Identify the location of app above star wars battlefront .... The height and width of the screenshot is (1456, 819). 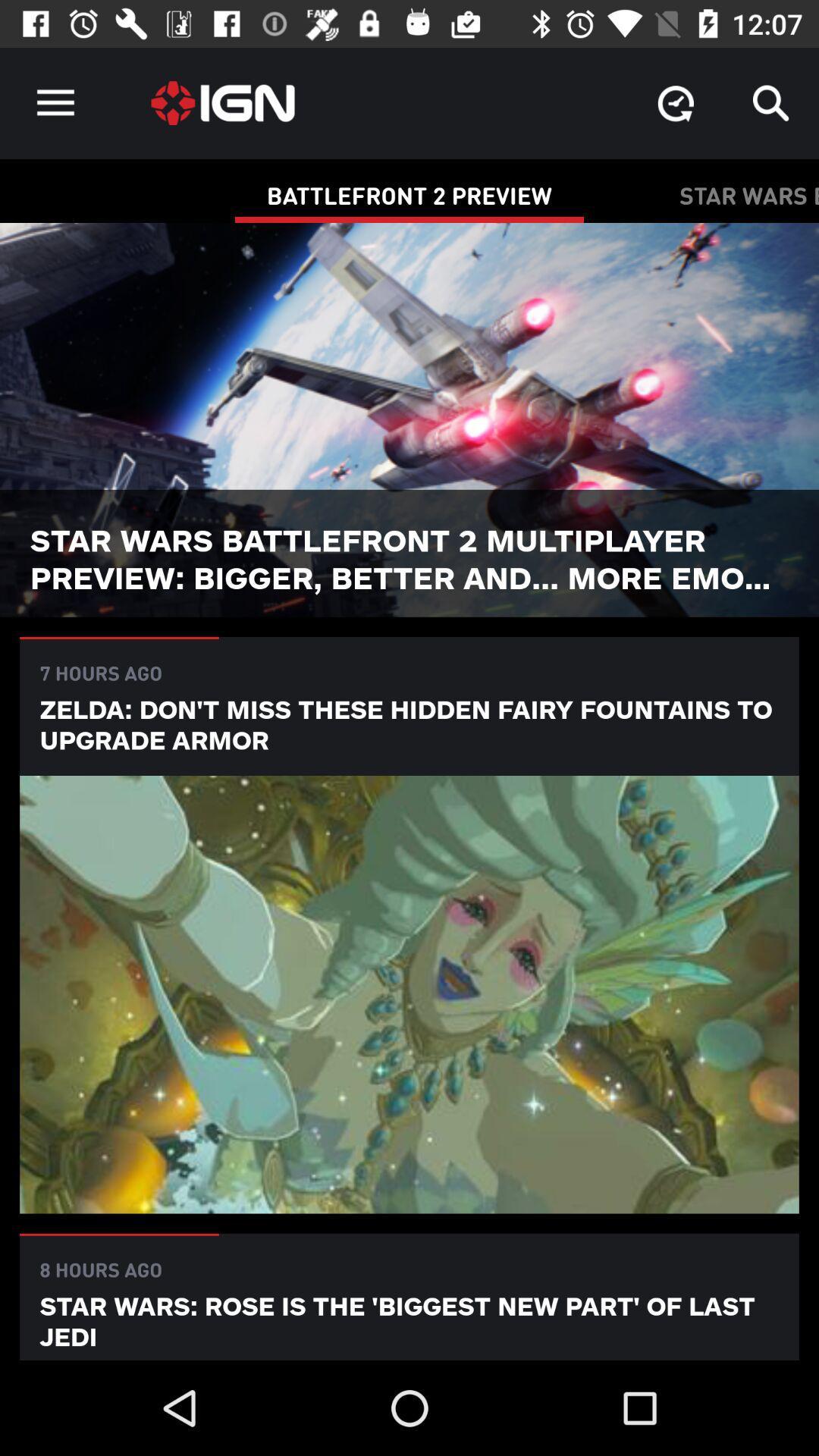
(675, 102).